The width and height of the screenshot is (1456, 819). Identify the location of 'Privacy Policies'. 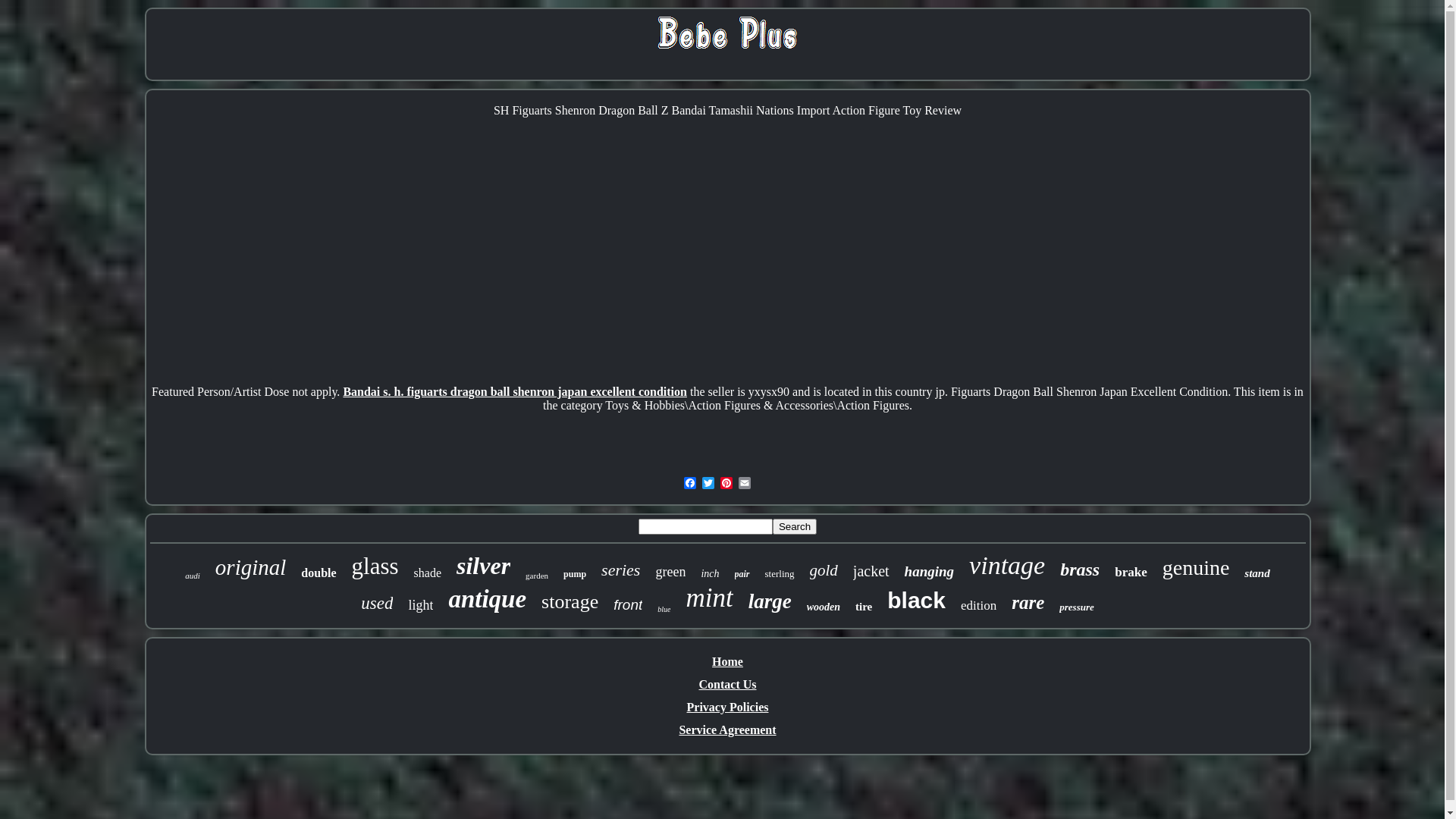
(686, 707).